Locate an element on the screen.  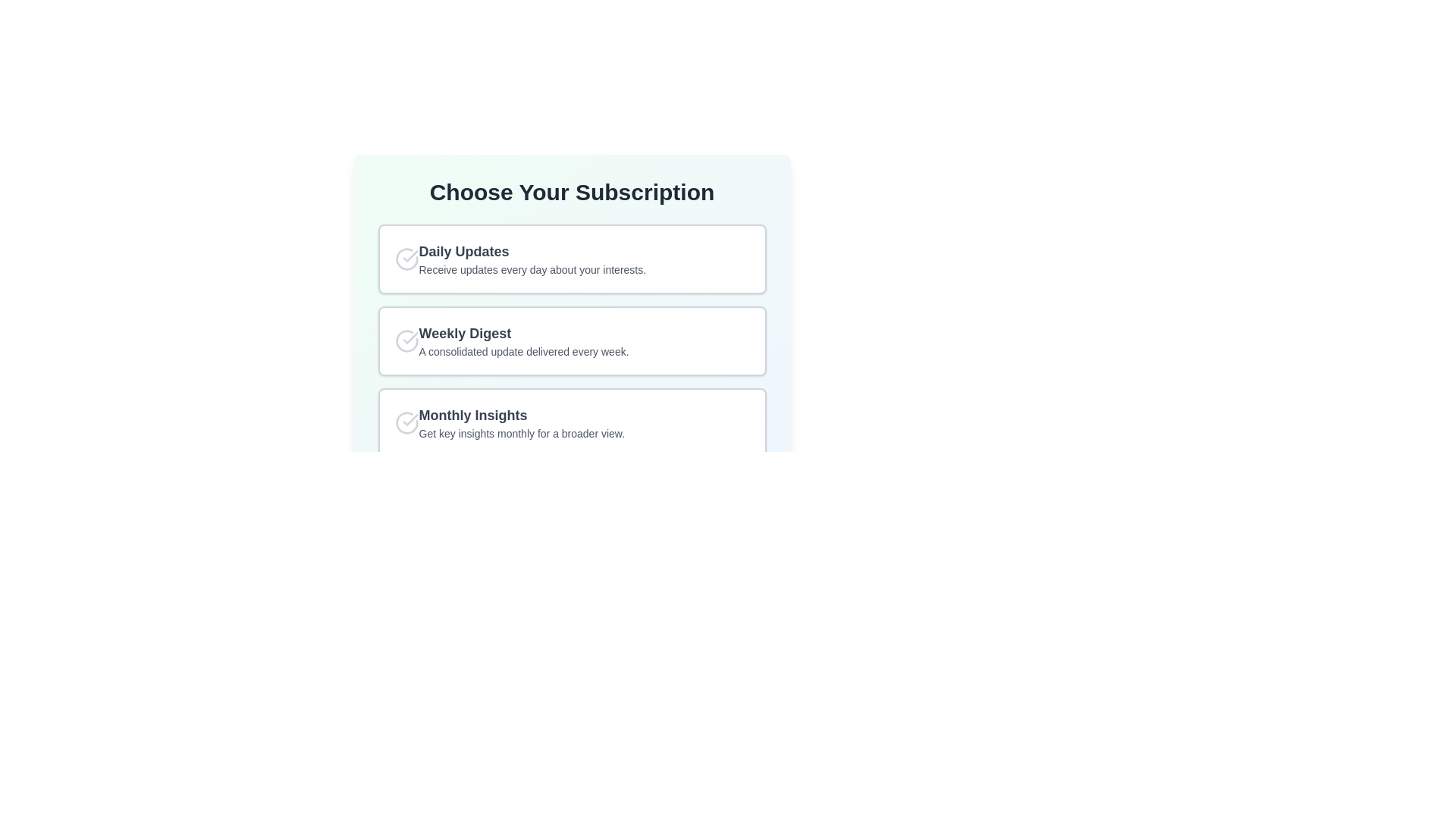
the checkmark-shaped icon next to the 'Daily Updates' label is located at coordinates (410, 256).